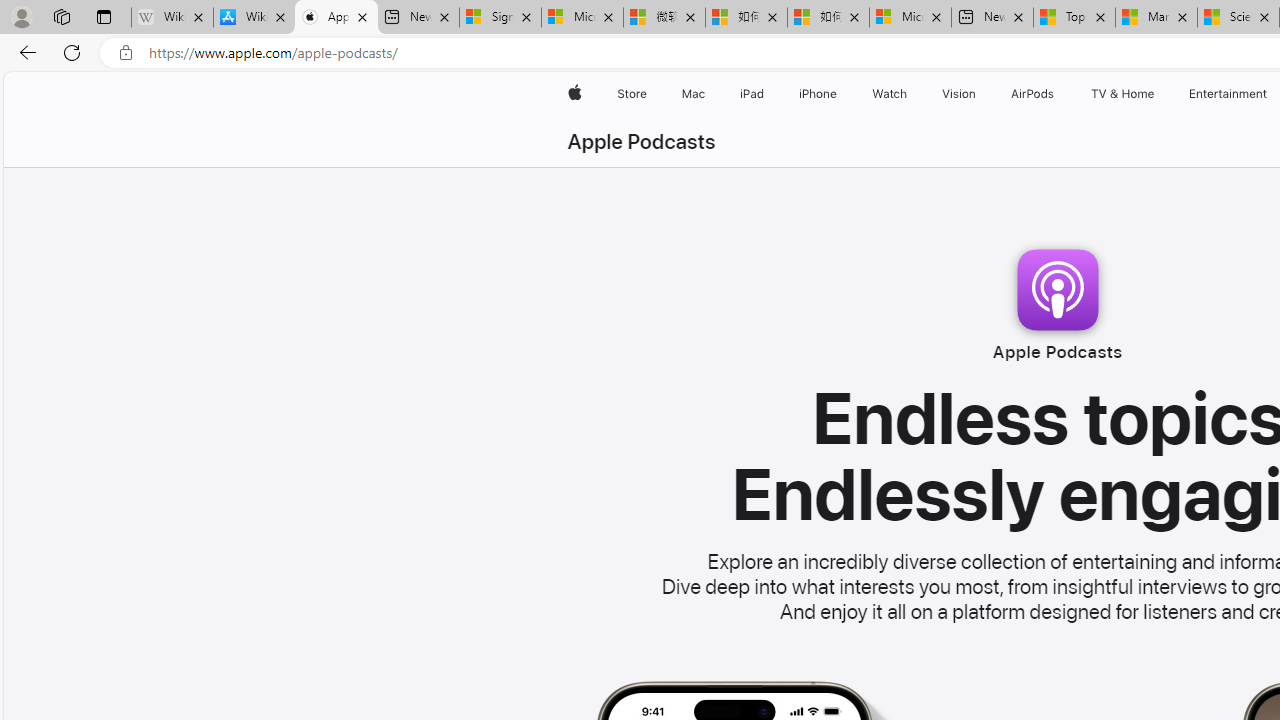  What do you see at coordinates (889, 93) in the screenshot?
I see `'Watch'` at bounding box center [889, 93].